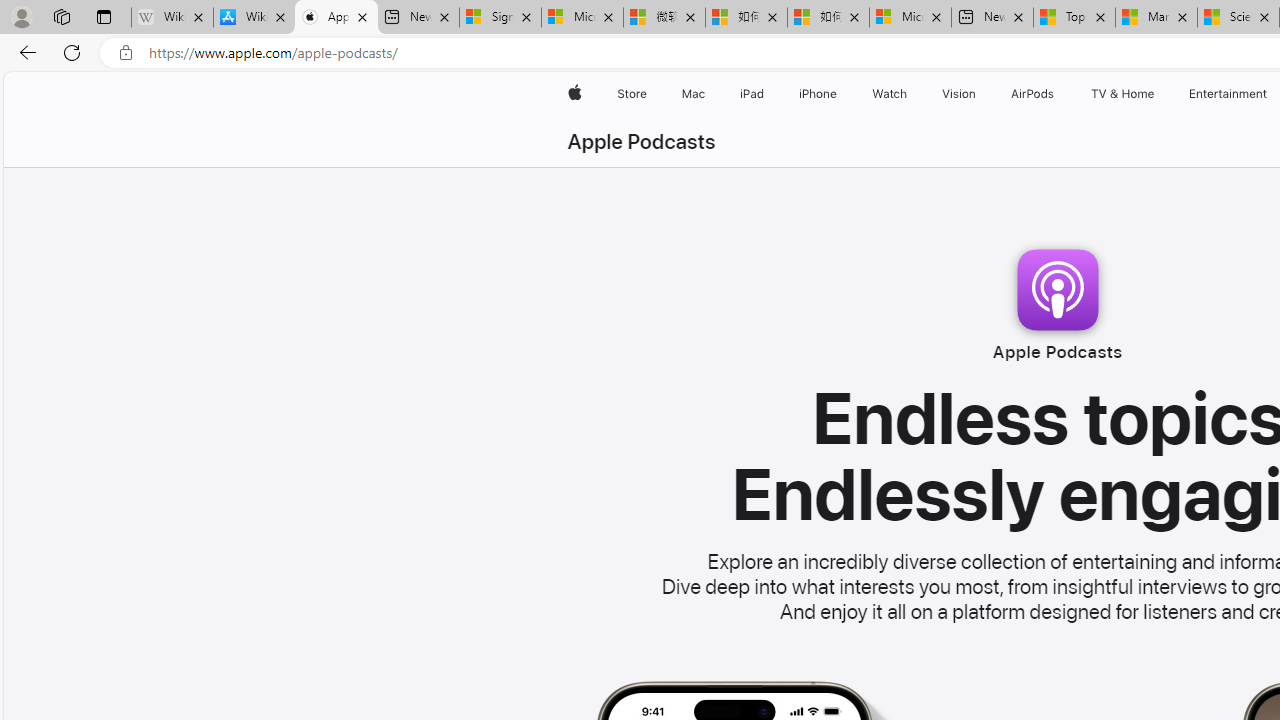  What do you see at coordinates (889, 93) in the screenshot?
I see `'Watch'` at bounding box center [889, 93].